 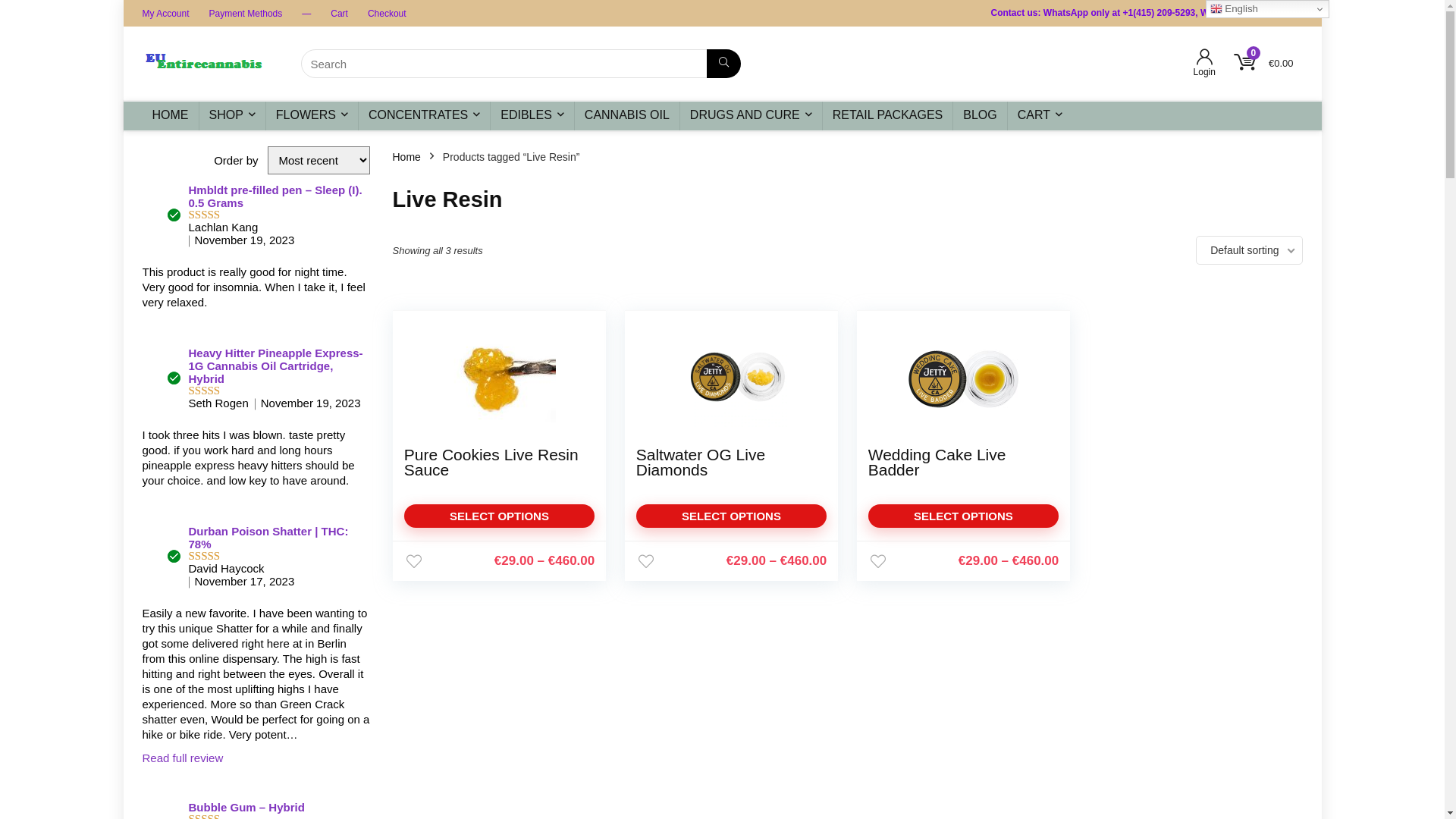 What do you see at coordinates (265, 115) in the screenshot?
I see `'FLOWERS'` at bounding box center [265, 115].